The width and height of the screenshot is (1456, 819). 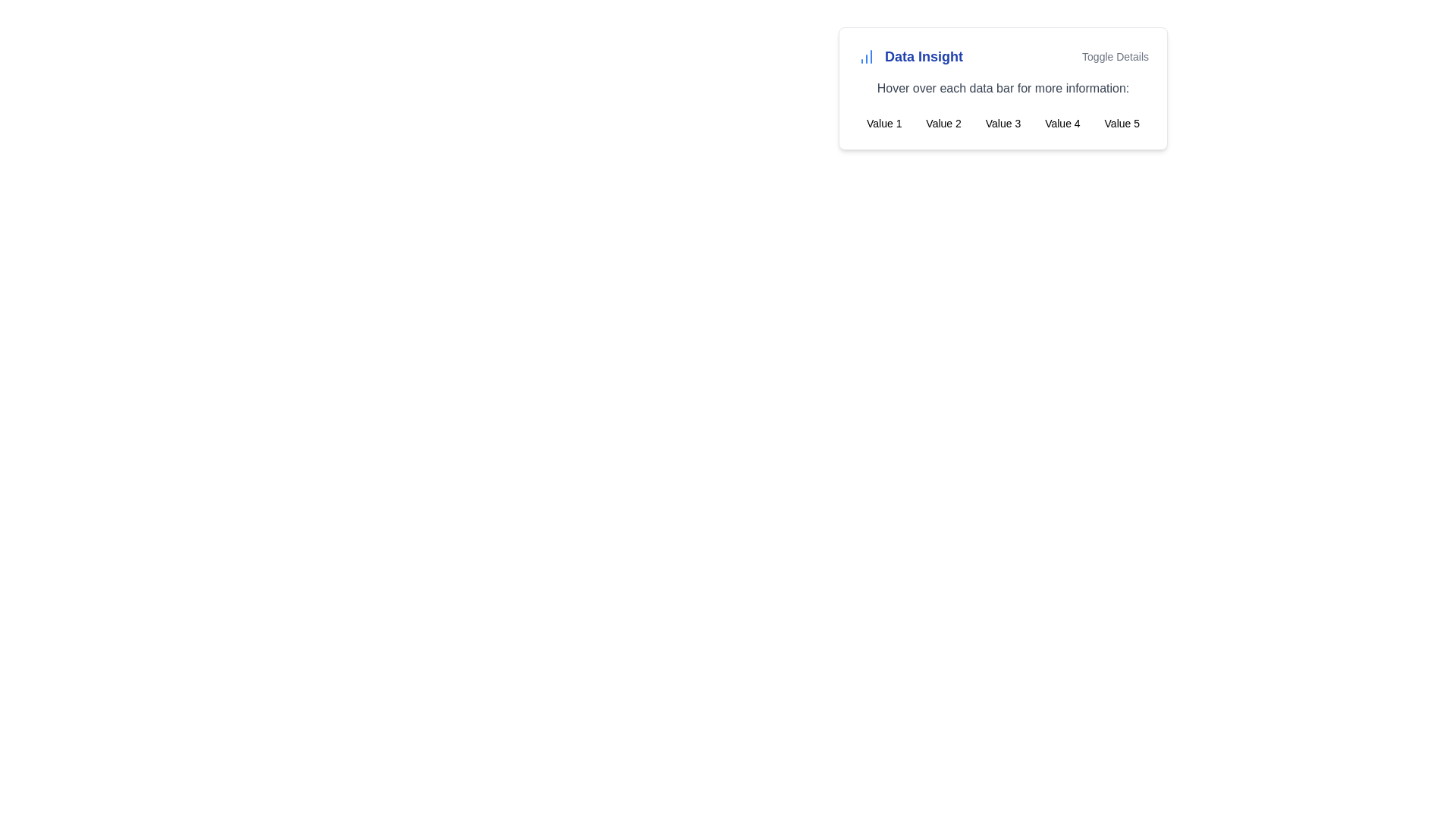 What do you see at coordinates (910, 55) in the screenshot?
I see `the Label with integrated icon that serves as a title for the adjacent data visualization, providing context 'Data Insight'` at bounding box center [910, 55].